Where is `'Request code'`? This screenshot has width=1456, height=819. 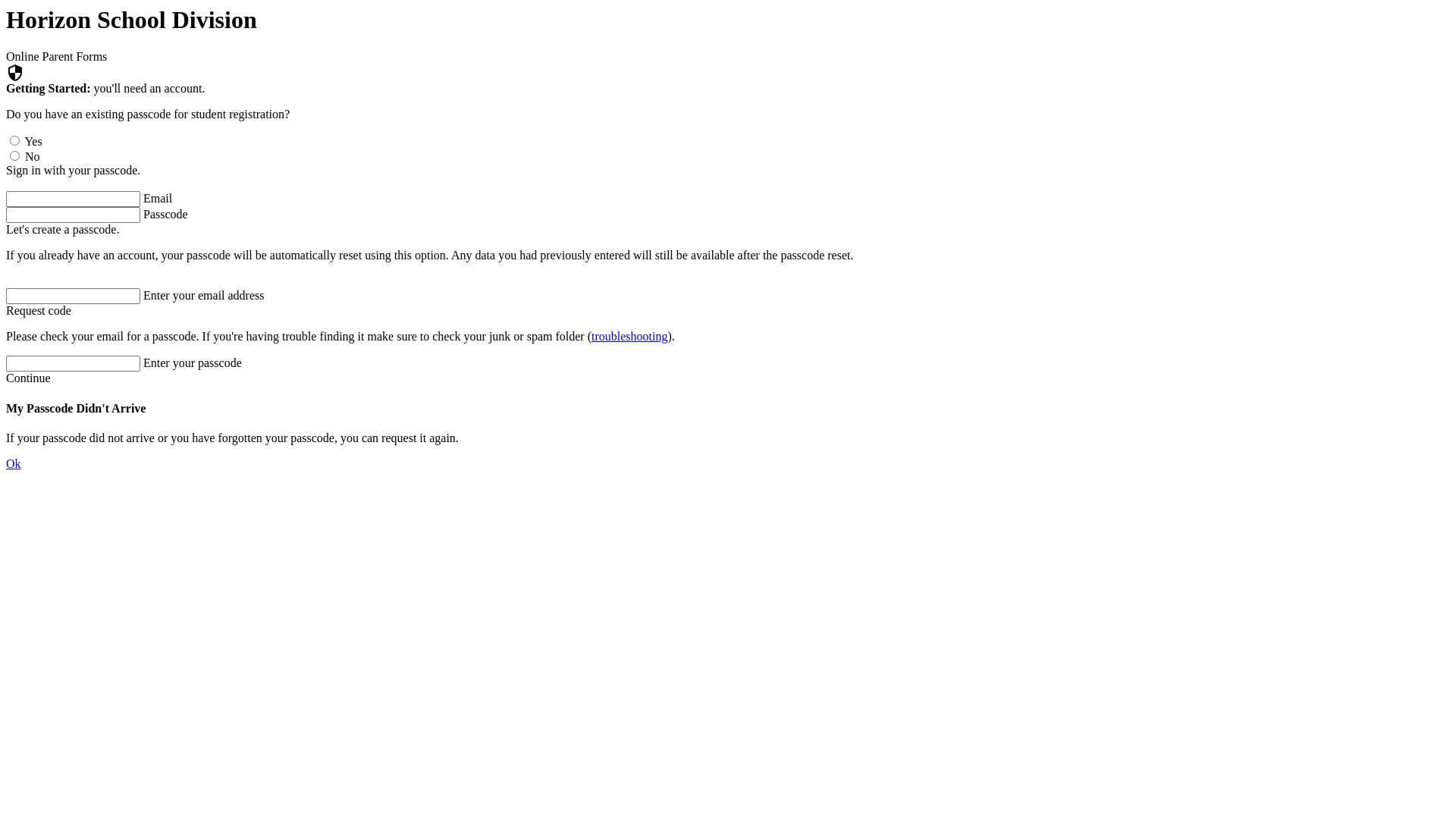 'Request code' is located at coordinates (39, 309).